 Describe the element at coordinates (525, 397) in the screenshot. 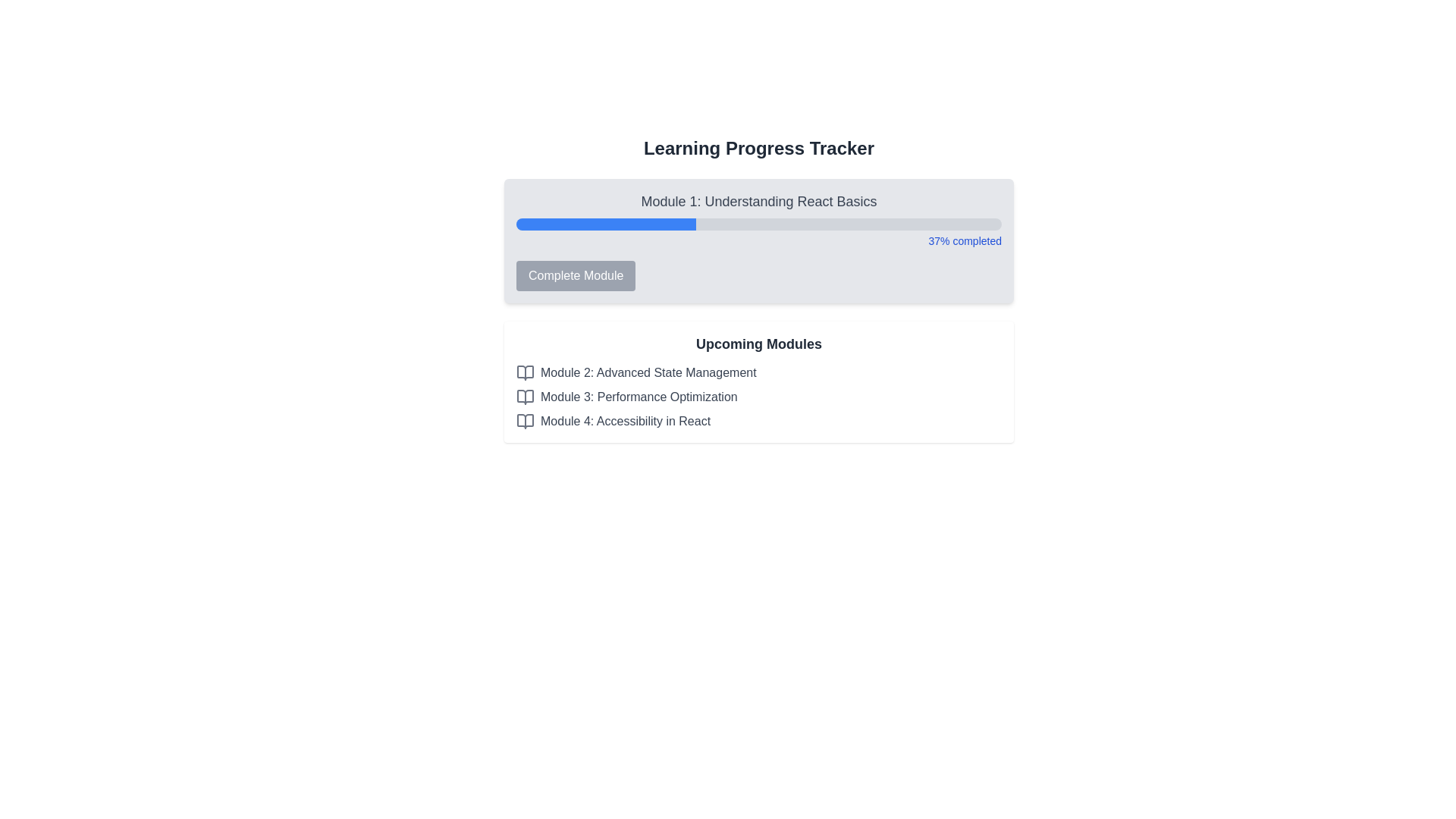

I see `the educational content icon located at the start of the line for 'Module 3: Performance Optimization'` at that location.